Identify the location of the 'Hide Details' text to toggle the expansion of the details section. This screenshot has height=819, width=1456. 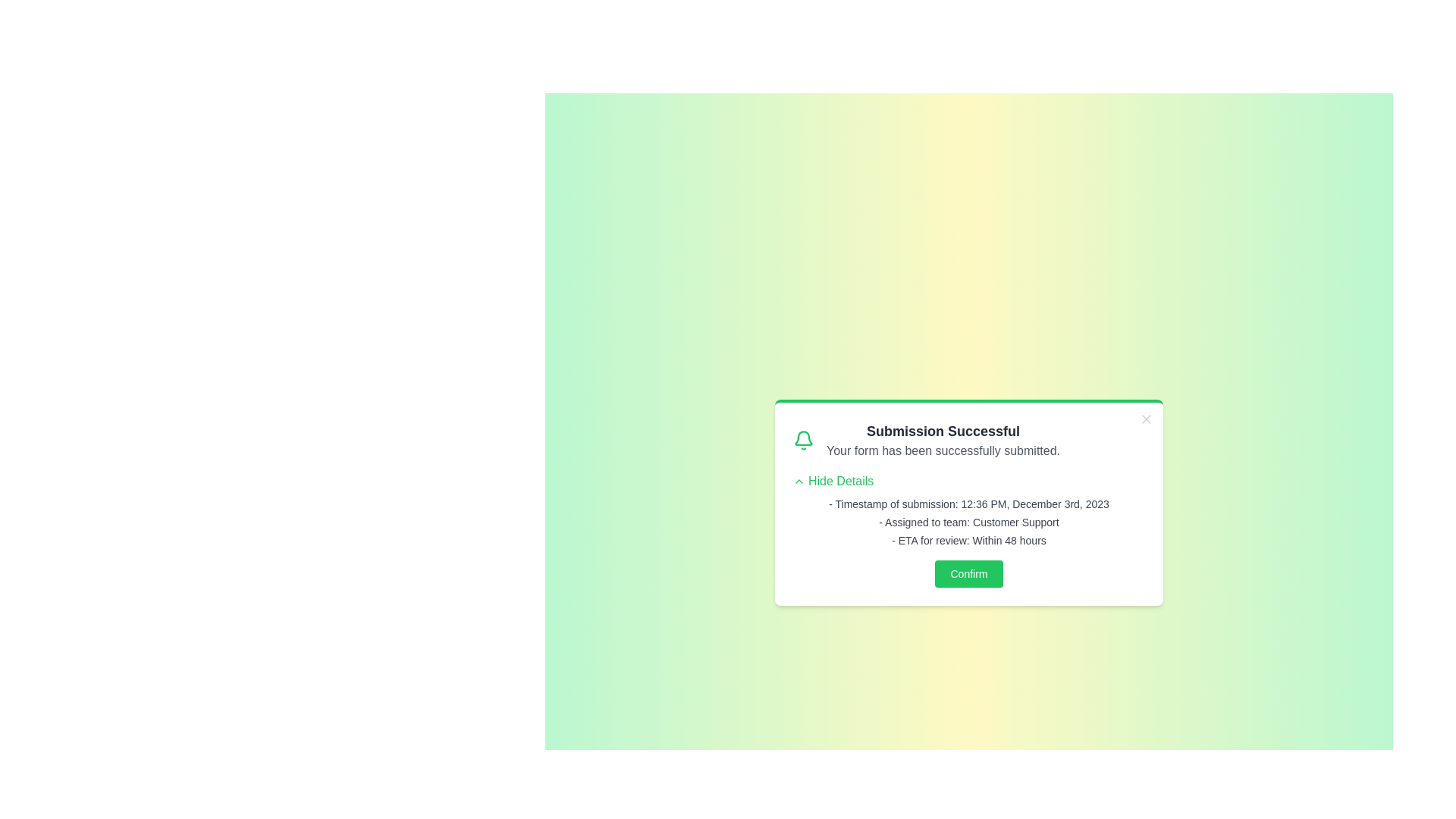
(833, 482).